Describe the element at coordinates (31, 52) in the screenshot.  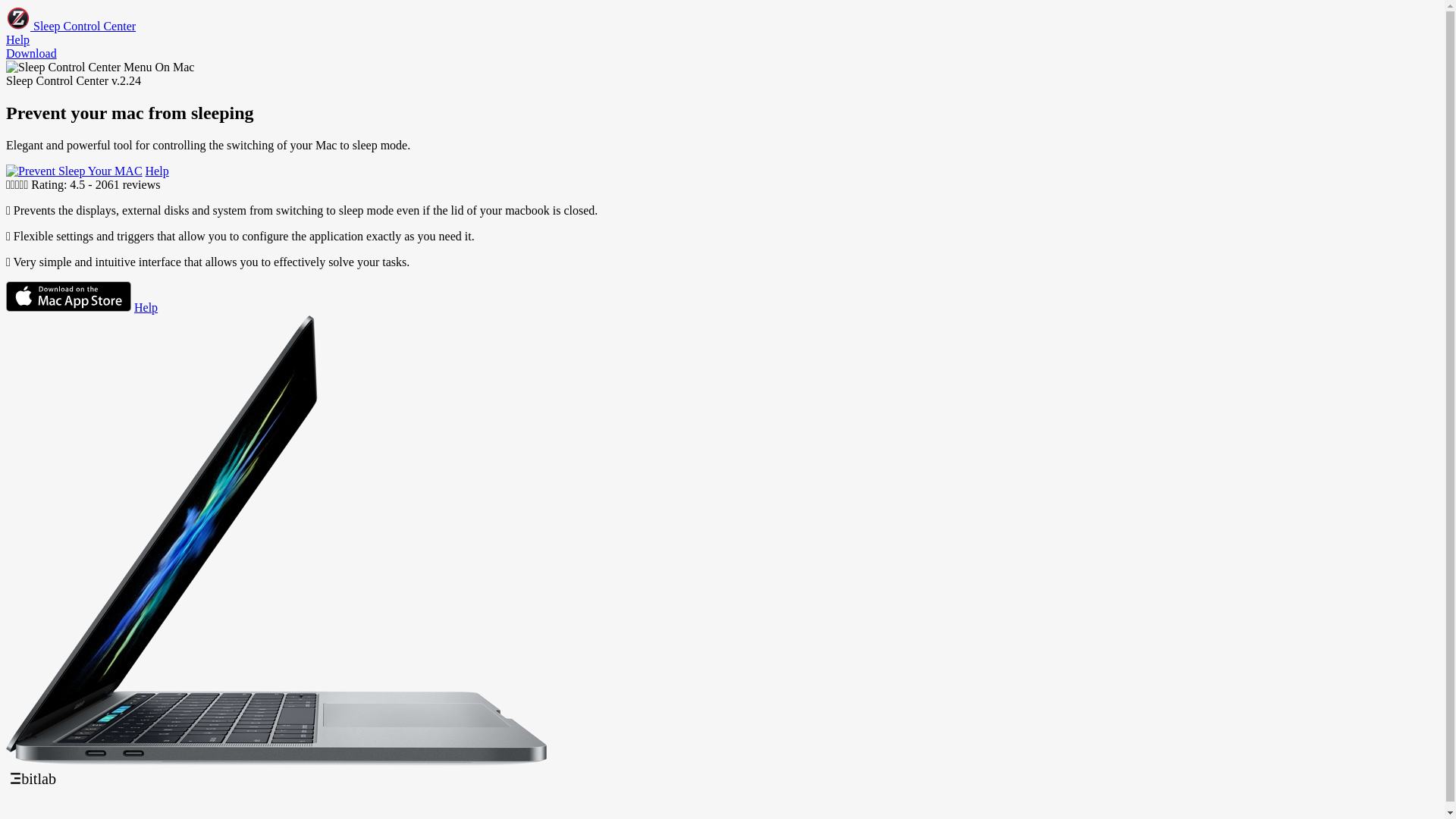
I see `'Download'` at that location.